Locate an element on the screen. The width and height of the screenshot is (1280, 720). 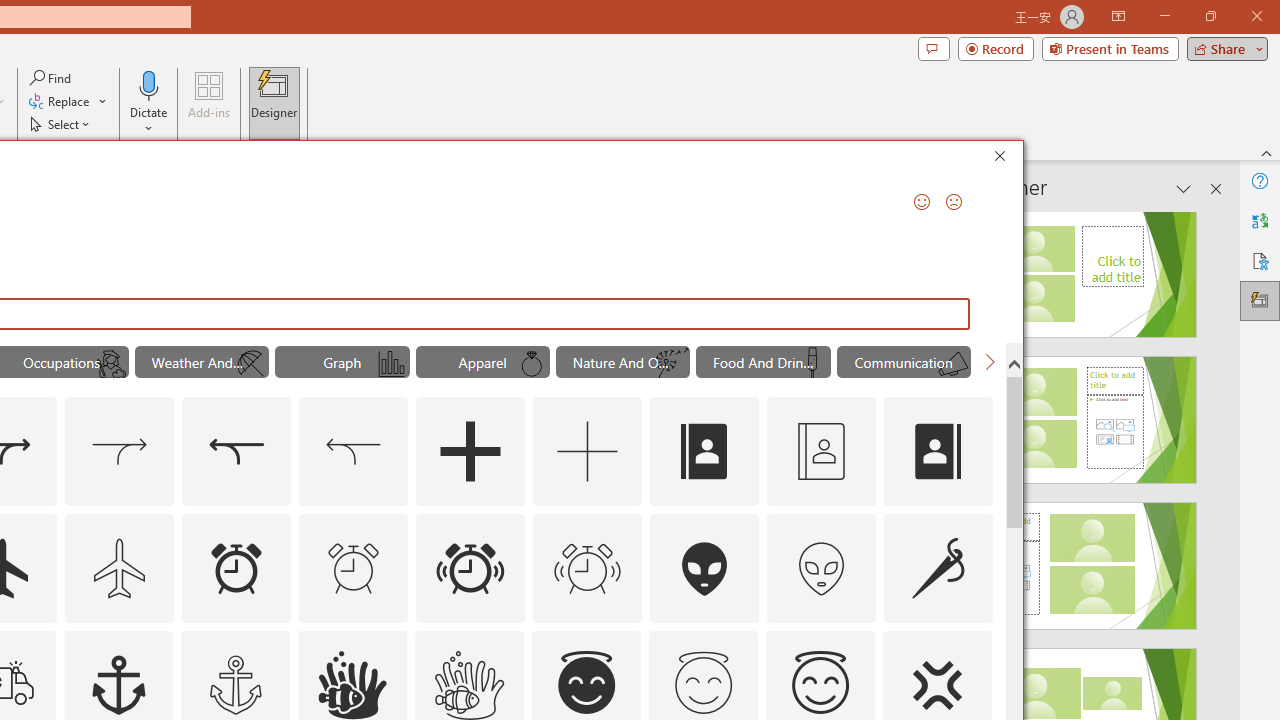
'AutomationID: Icons_ArtistFemale_M' is located at coordinates (110, 364).